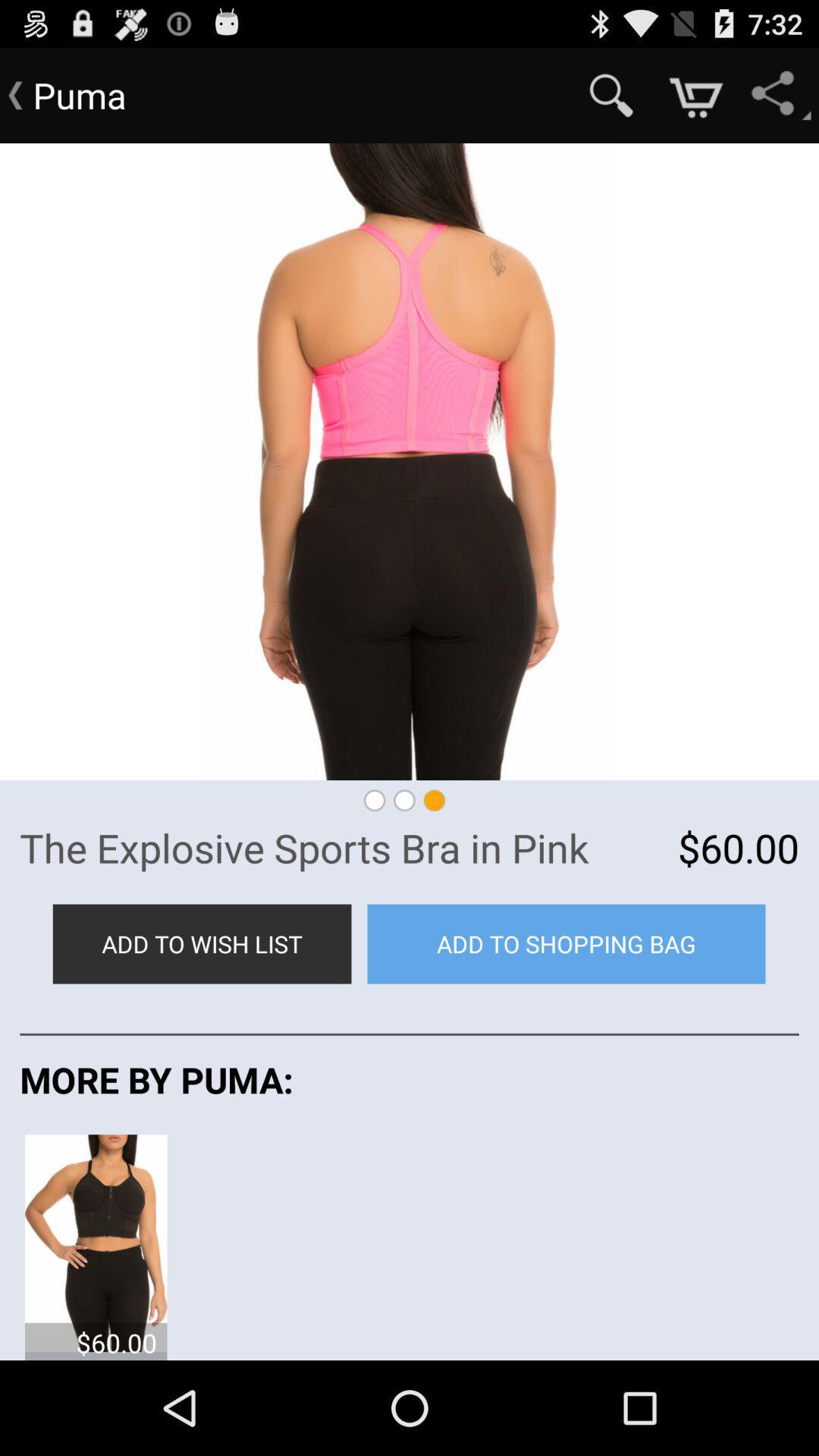 The height and width of the screenshot is (1456, 819). What do you see at coordinates (610, 94) in the screenshot?
I see `item to the right of the puma app` at bounding box center [610, 94].